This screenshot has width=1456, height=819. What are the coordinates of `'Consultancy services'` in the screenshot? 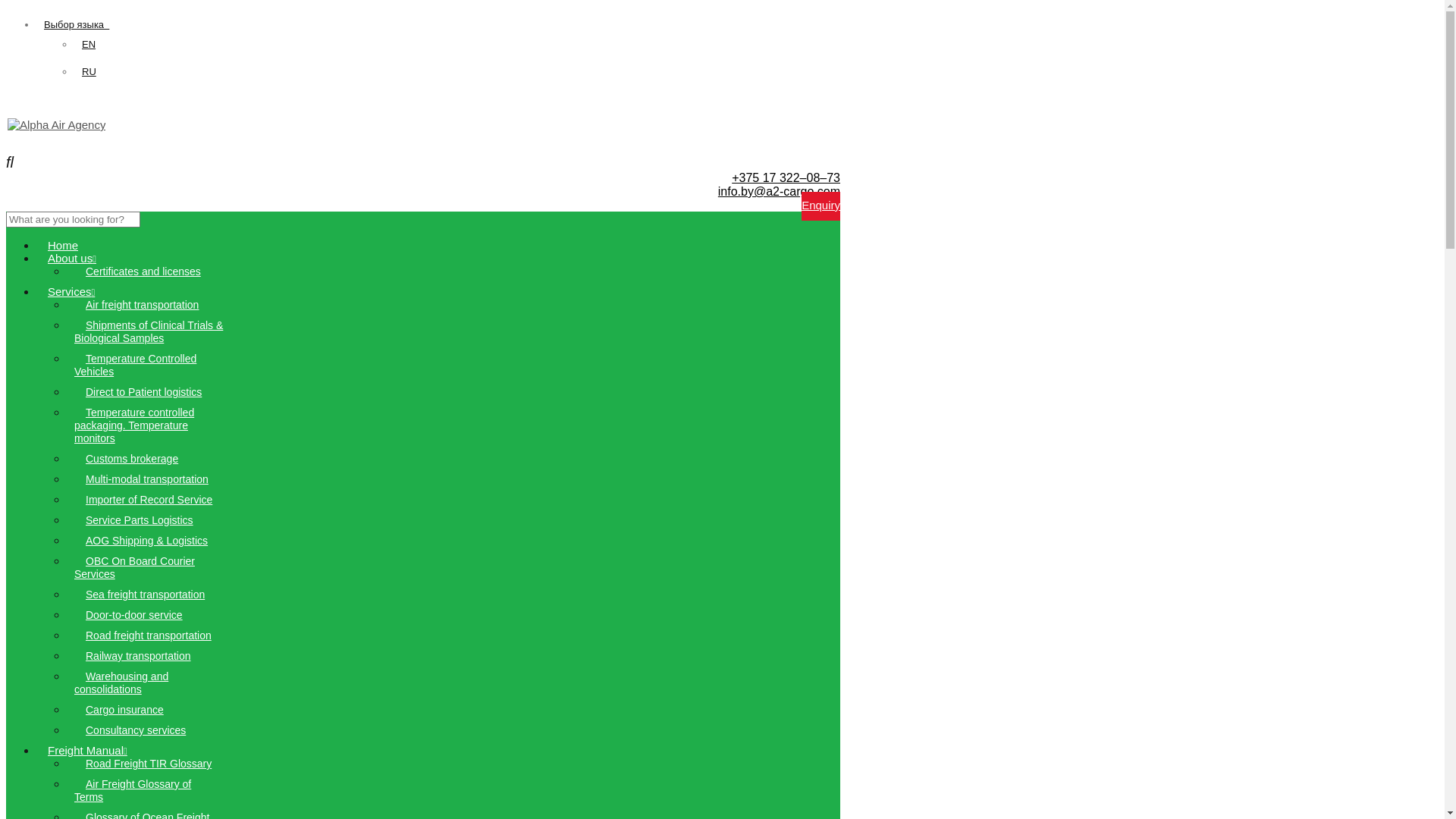 It's located at (135, 730).